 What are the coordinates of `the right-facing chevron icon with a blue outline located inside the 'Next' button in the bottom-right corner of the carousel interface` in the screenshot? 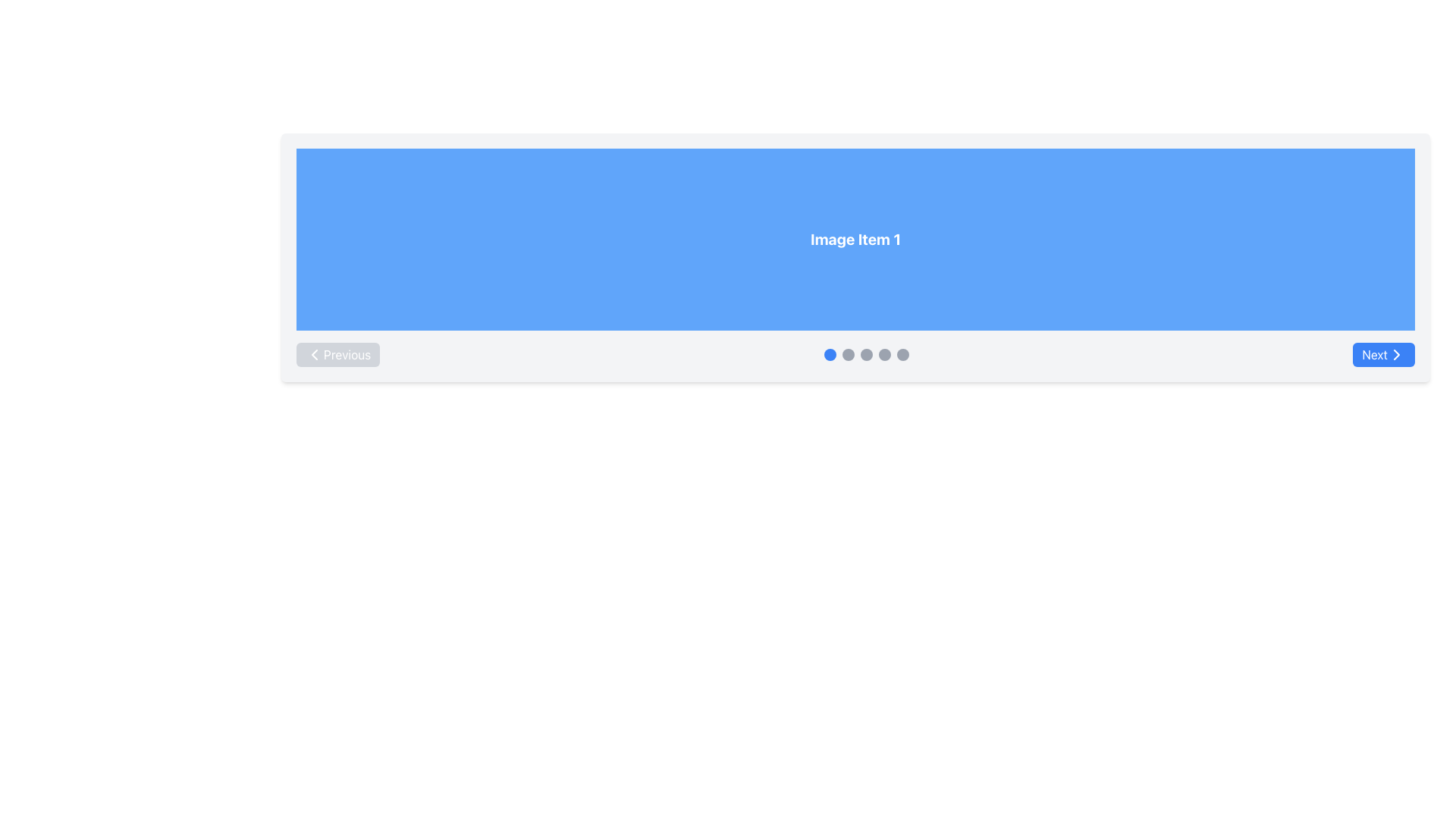 It's located at (1396, 354).